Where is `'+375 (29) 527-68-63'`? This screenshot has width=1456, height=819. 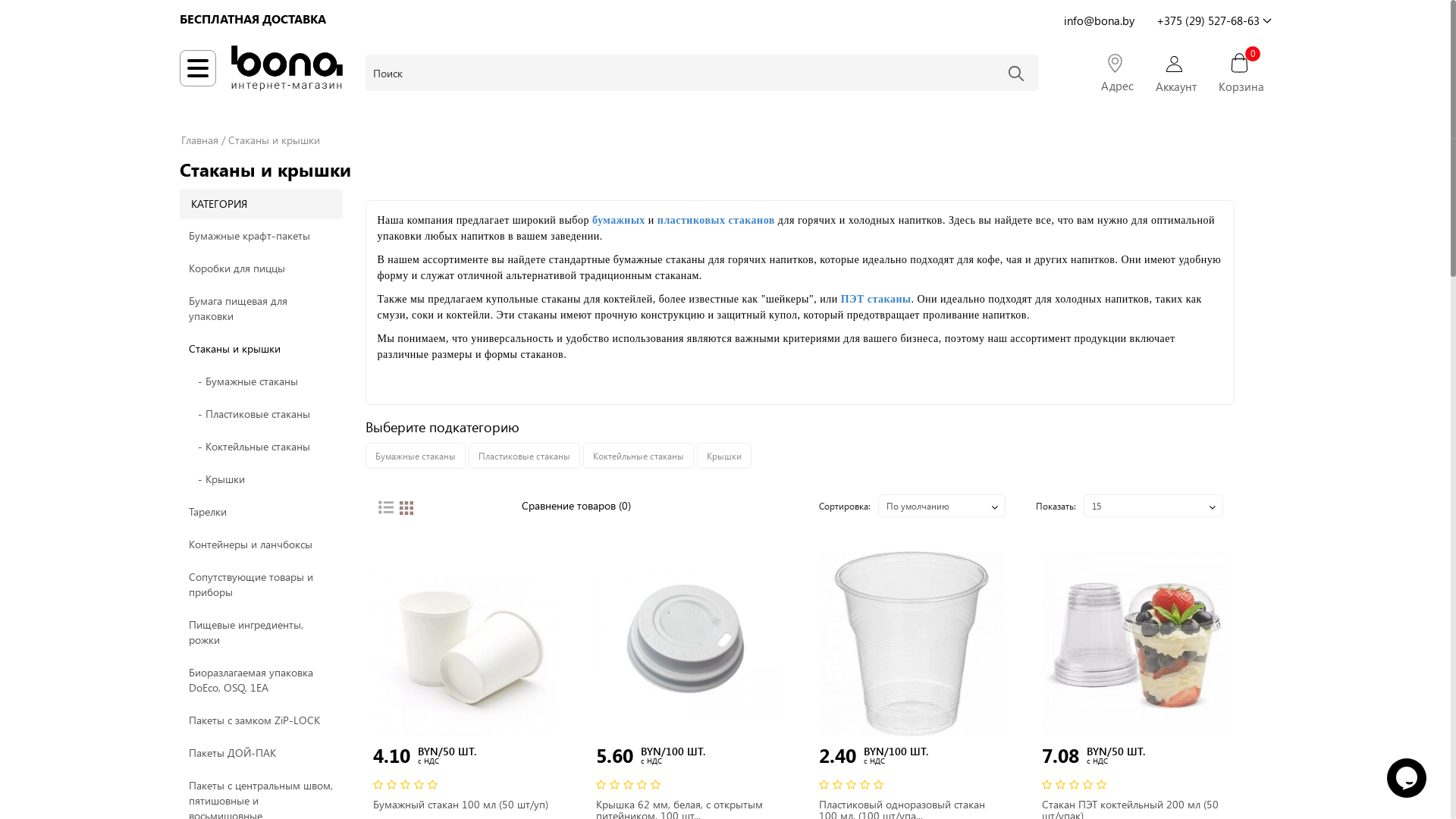
'+375 (29) 527-68-63' is located at coordinates (1212, 18).